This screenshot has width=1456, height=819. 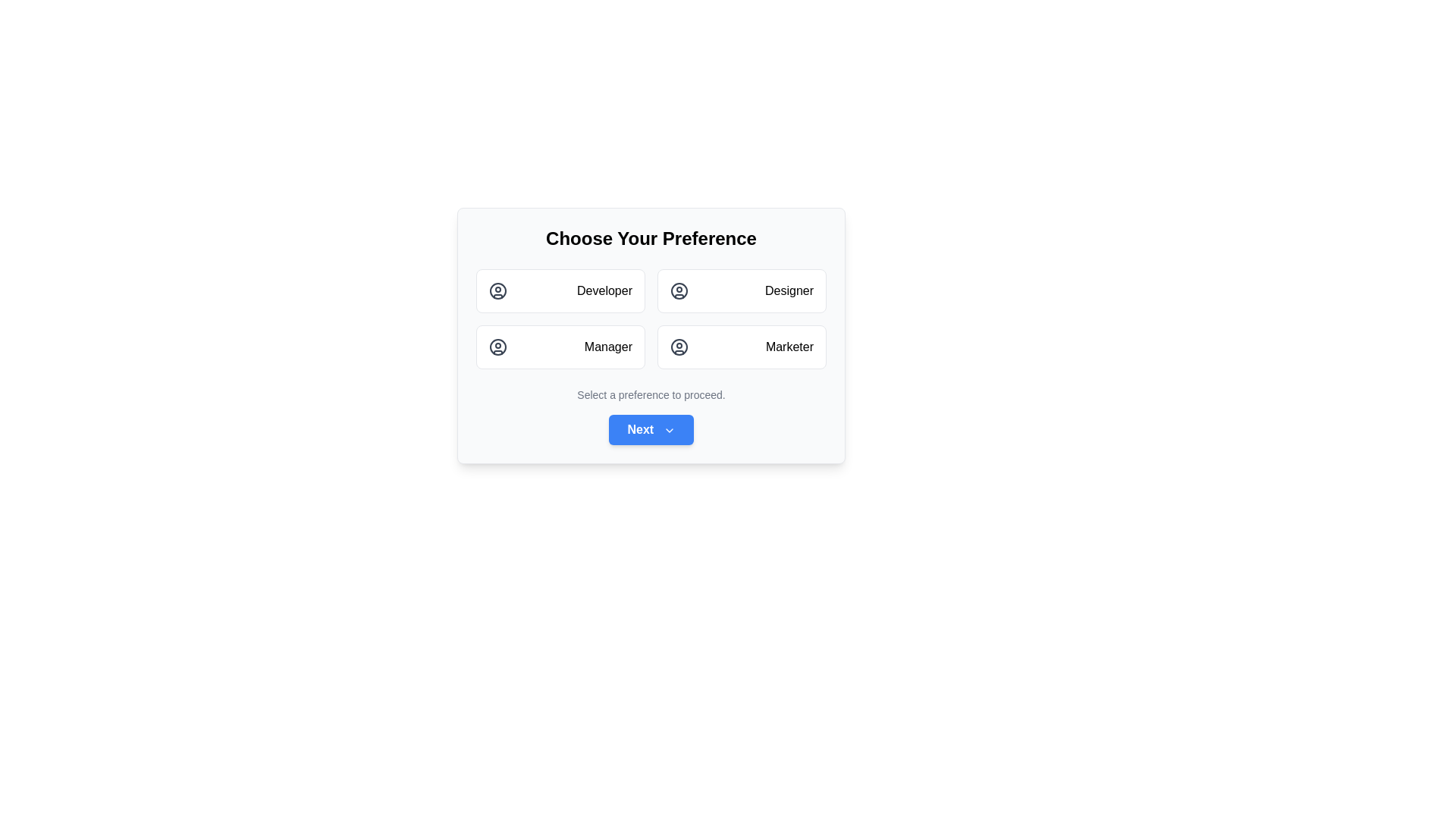 What do you see at coordinates (608, 347) in the screenshot?
I see `the button labeled 'Manager'` at bounding box center [608, 347].